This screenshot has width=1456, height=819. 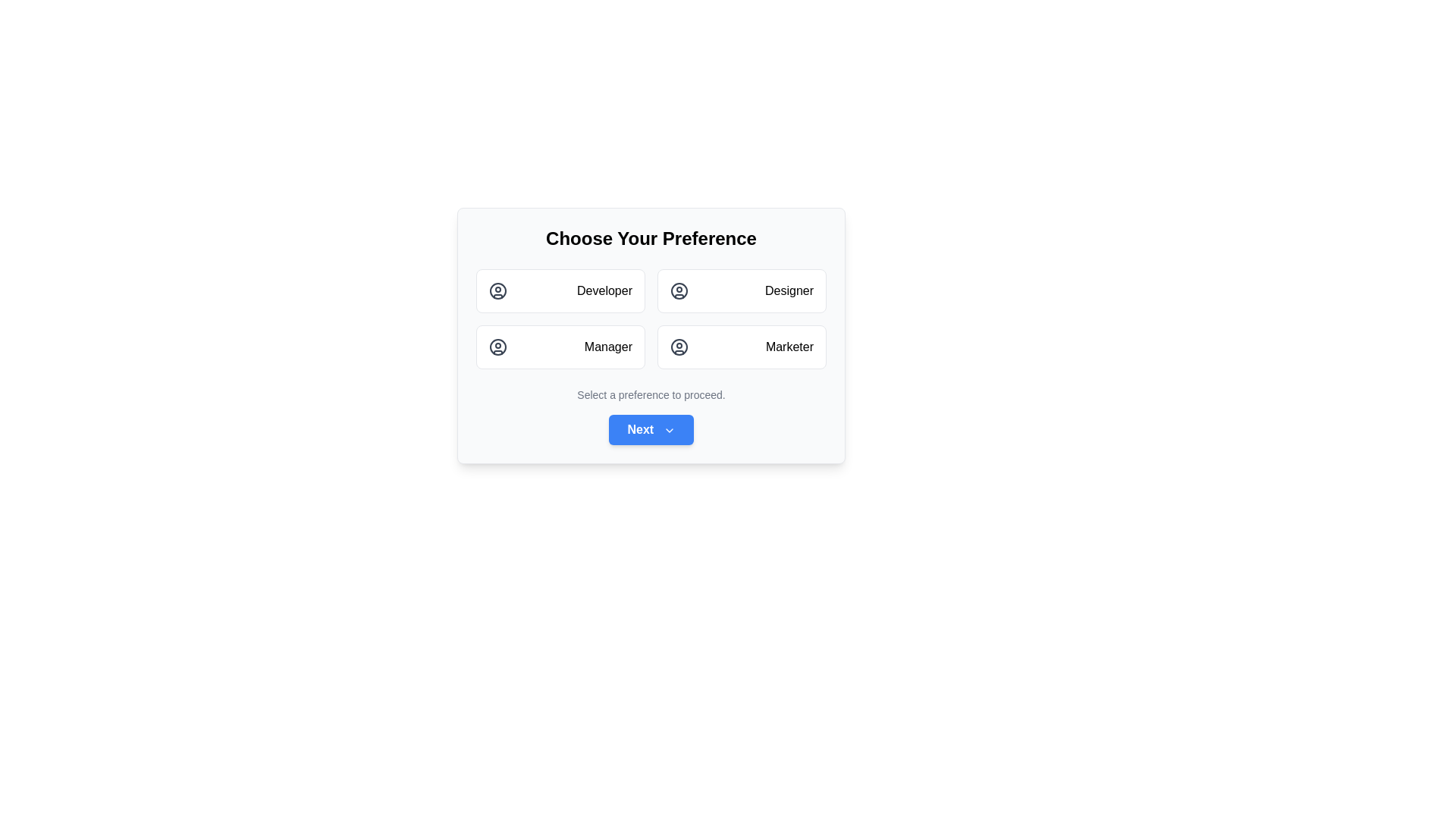 What do you see at coordinates (608, 347) in the screenshot?
I see `the button labeled 'Manager'` at bounding box center [608, 347].